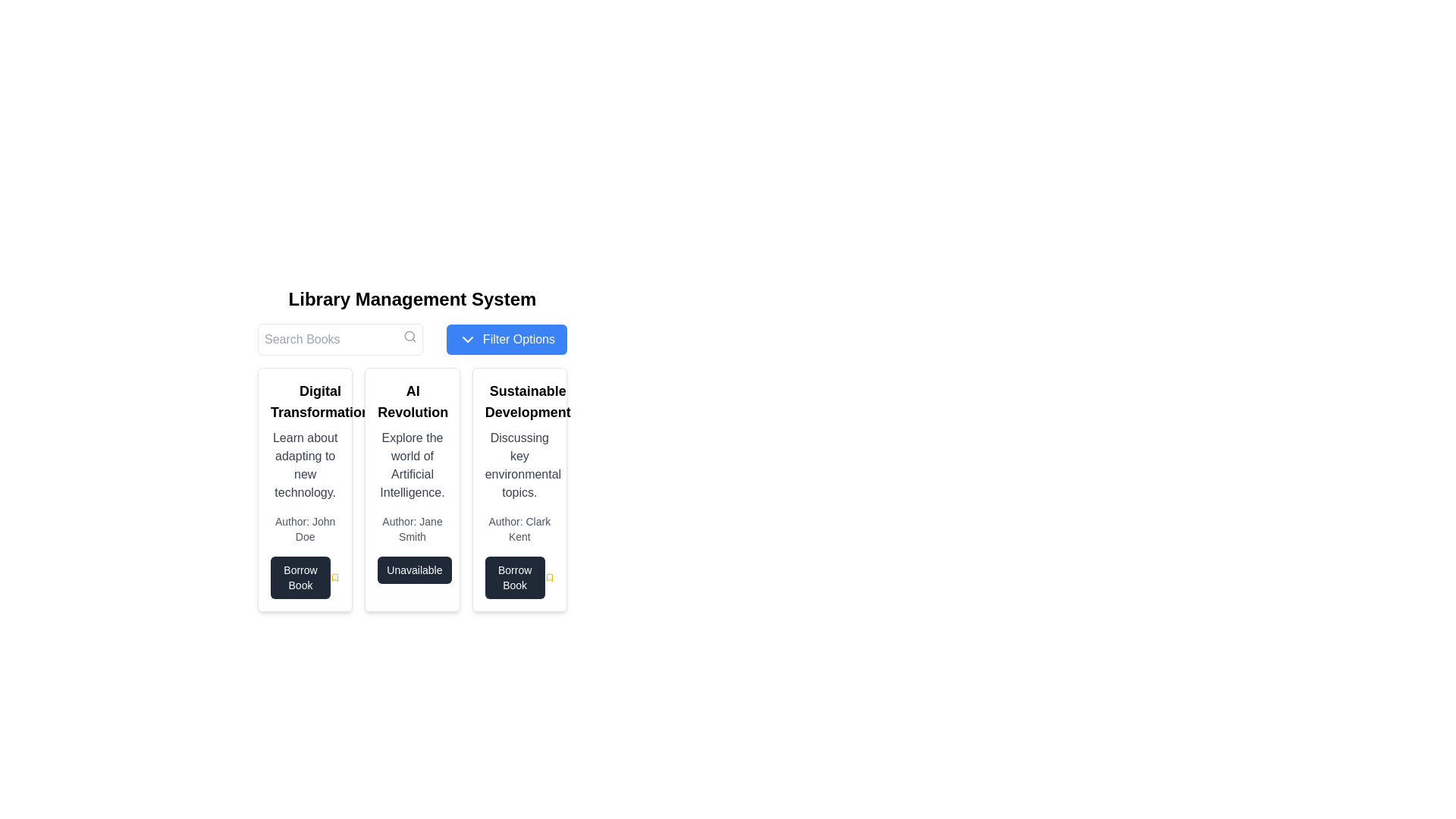 The image size is (1456, 819). Describe the element at coordinates (519, 529) in the screenshot. I see `the Text Label displaying 'Author: Clark Kent' located in the third card under 'Sustainable Development', positioned below the description text and above the 'Borrow Book' button` at that location.